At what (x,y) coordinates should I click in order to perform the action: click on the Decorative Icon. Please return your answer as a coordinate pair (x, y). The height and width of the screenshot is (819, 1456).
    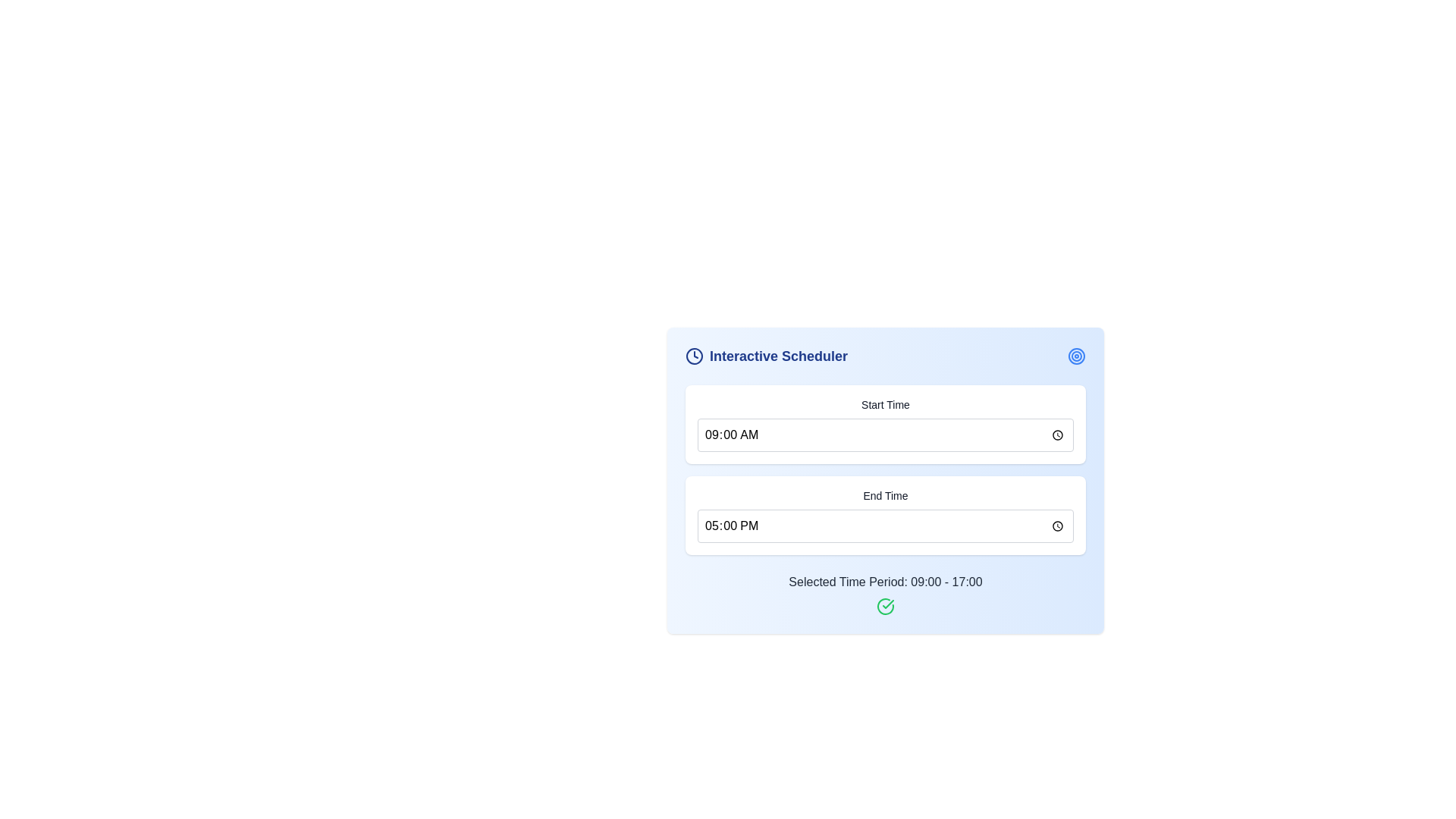
    Looking at the image, I should click on (888, 604).